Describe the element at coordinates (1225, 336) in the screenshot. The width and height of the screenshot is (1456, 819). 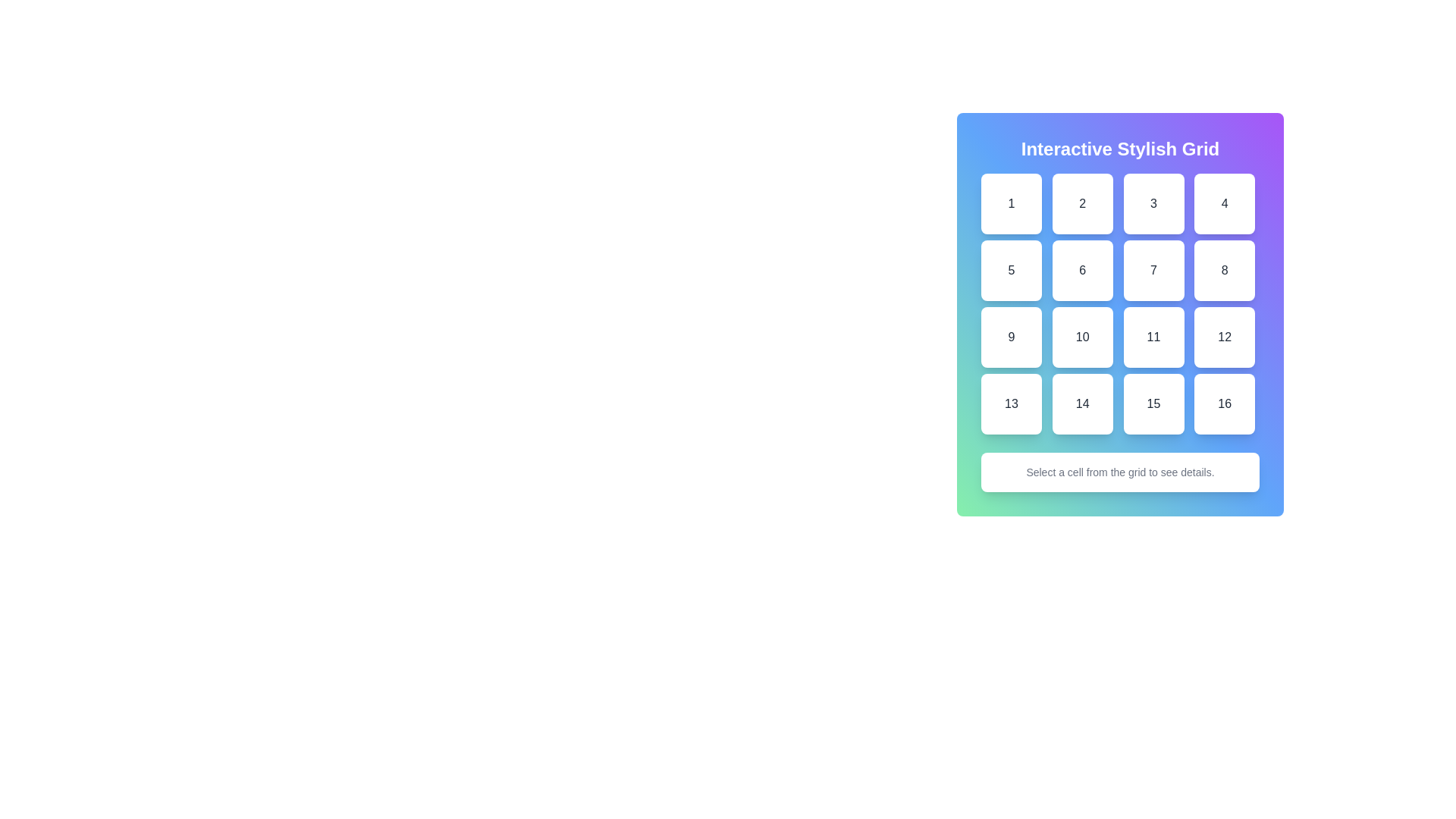
I see `the button representing the number '12' in the fourth column of the third row of a 4x4 grid layout` at that location.